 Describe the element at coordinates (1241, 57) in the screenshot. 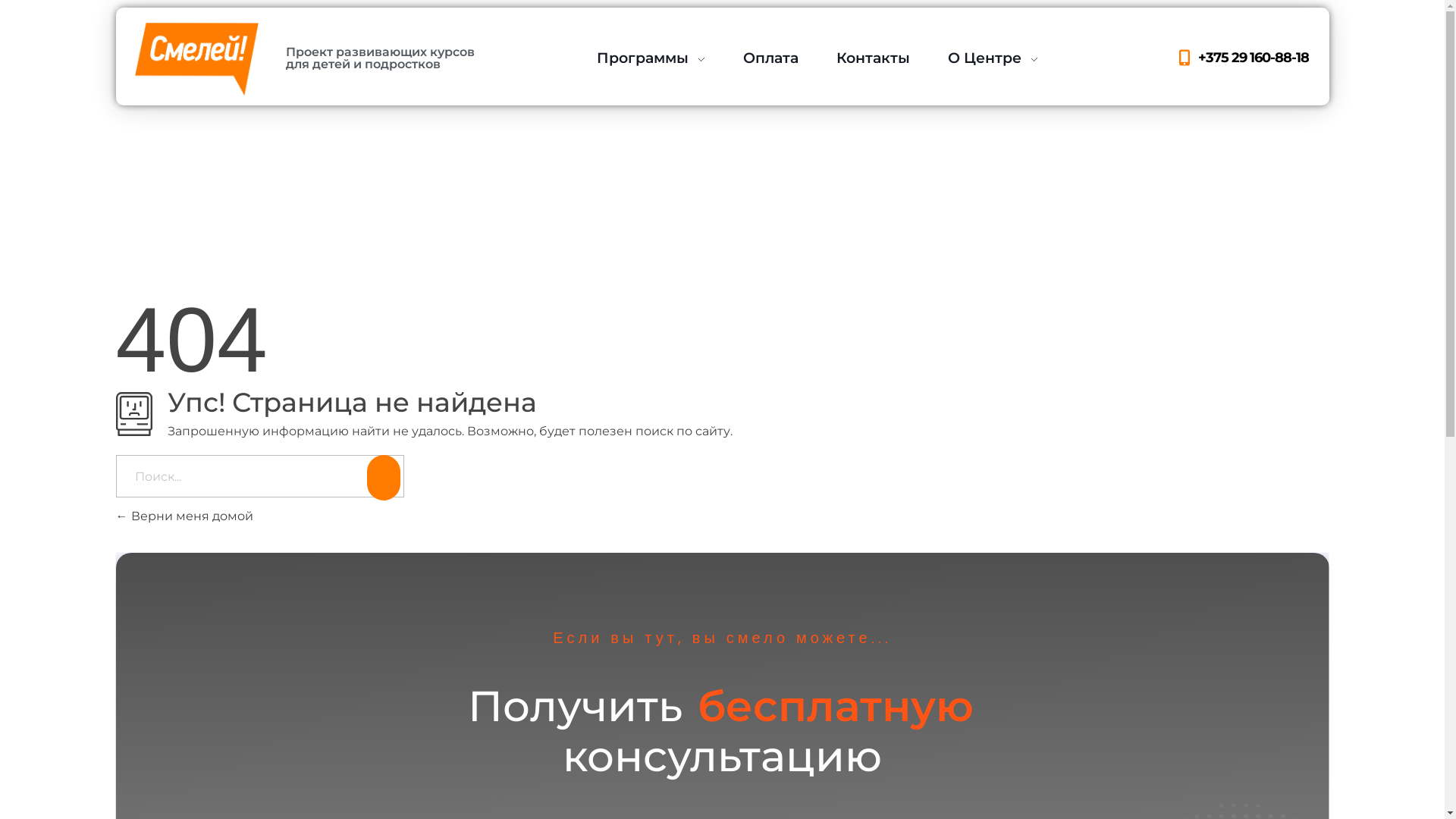

I see `'+375 29 160-88-18'` at that location.